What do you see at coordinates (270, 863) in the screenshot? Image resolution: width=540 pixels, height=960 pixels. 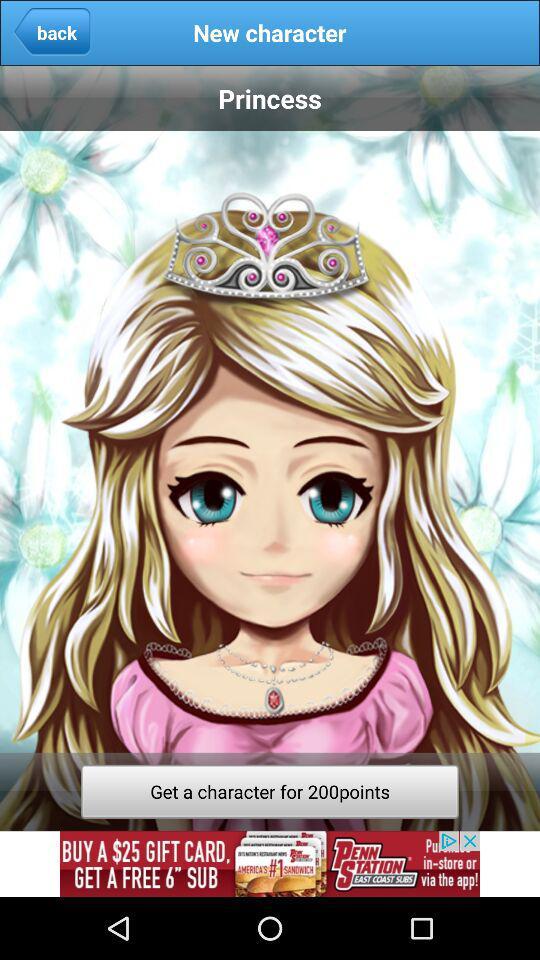 I see `the picture` at bounding box center [270, 863].